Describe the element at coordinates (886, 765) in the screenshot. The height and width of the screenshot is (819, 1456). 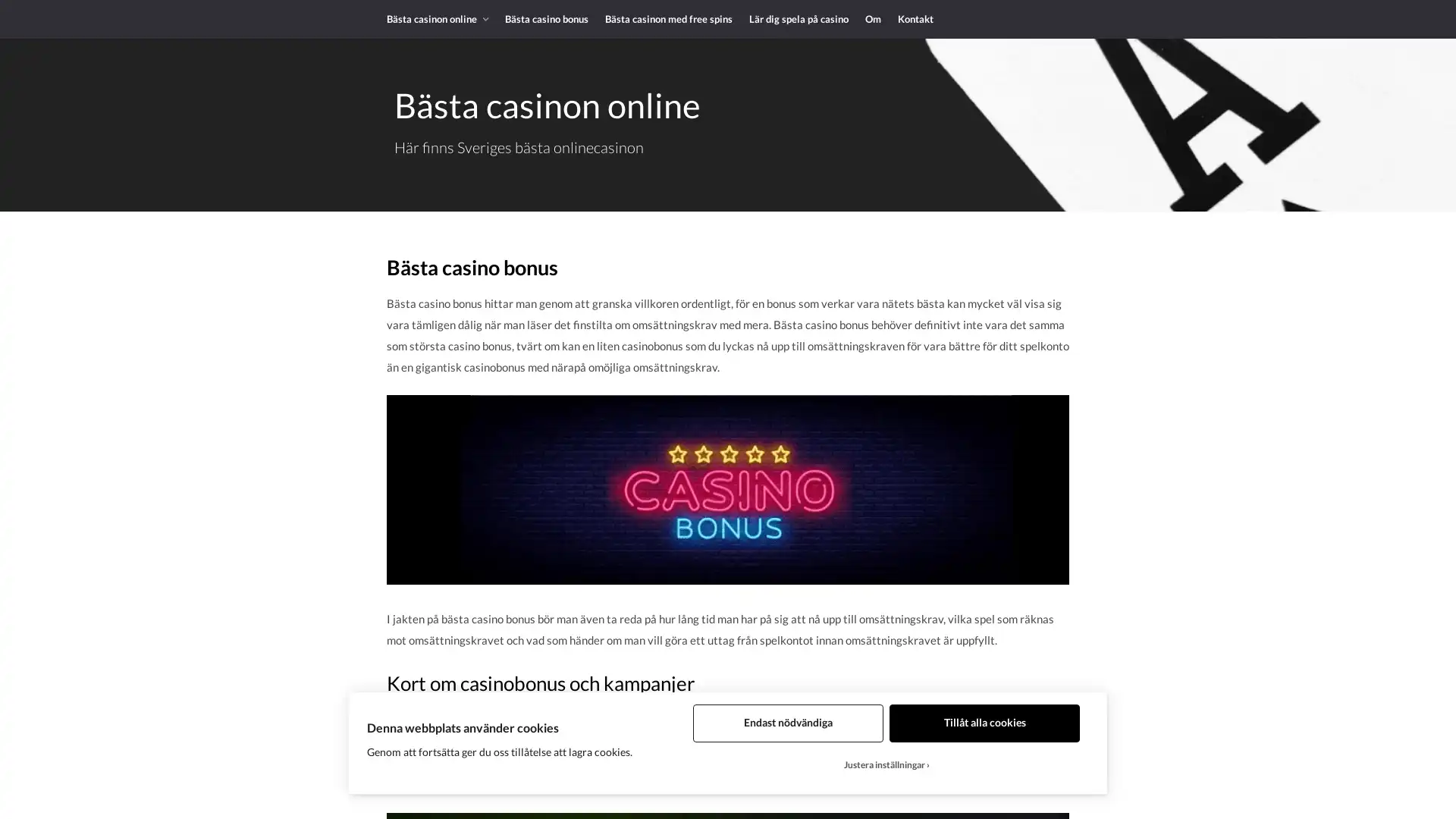
I see `Justera installningar` at that location.